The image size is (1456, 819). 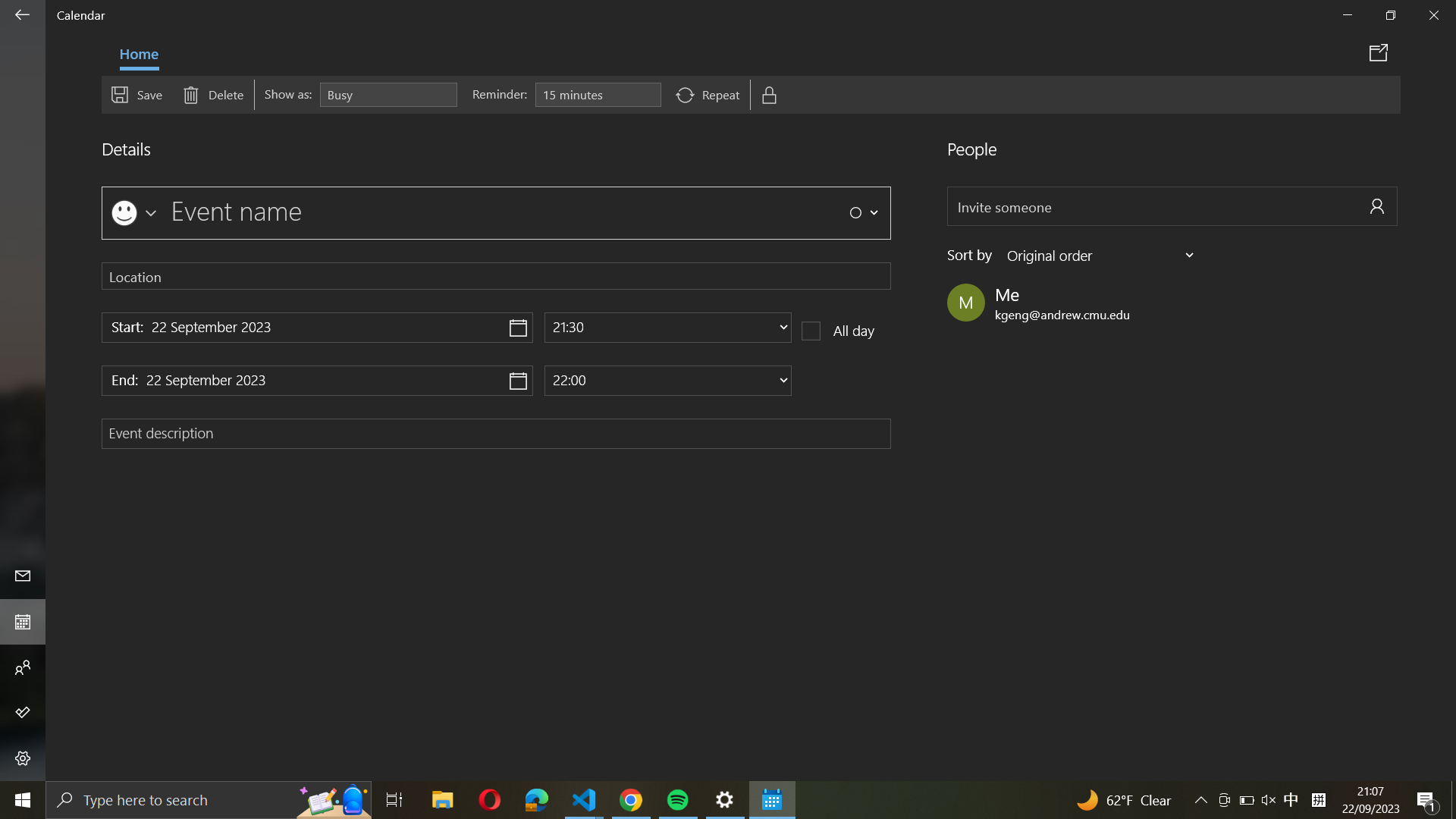 What do you see at coordinates (667, 379) in the screenshot?
I see `Configure the event"s finishing time to 7:00 PM` at bounding box center [667, 379].